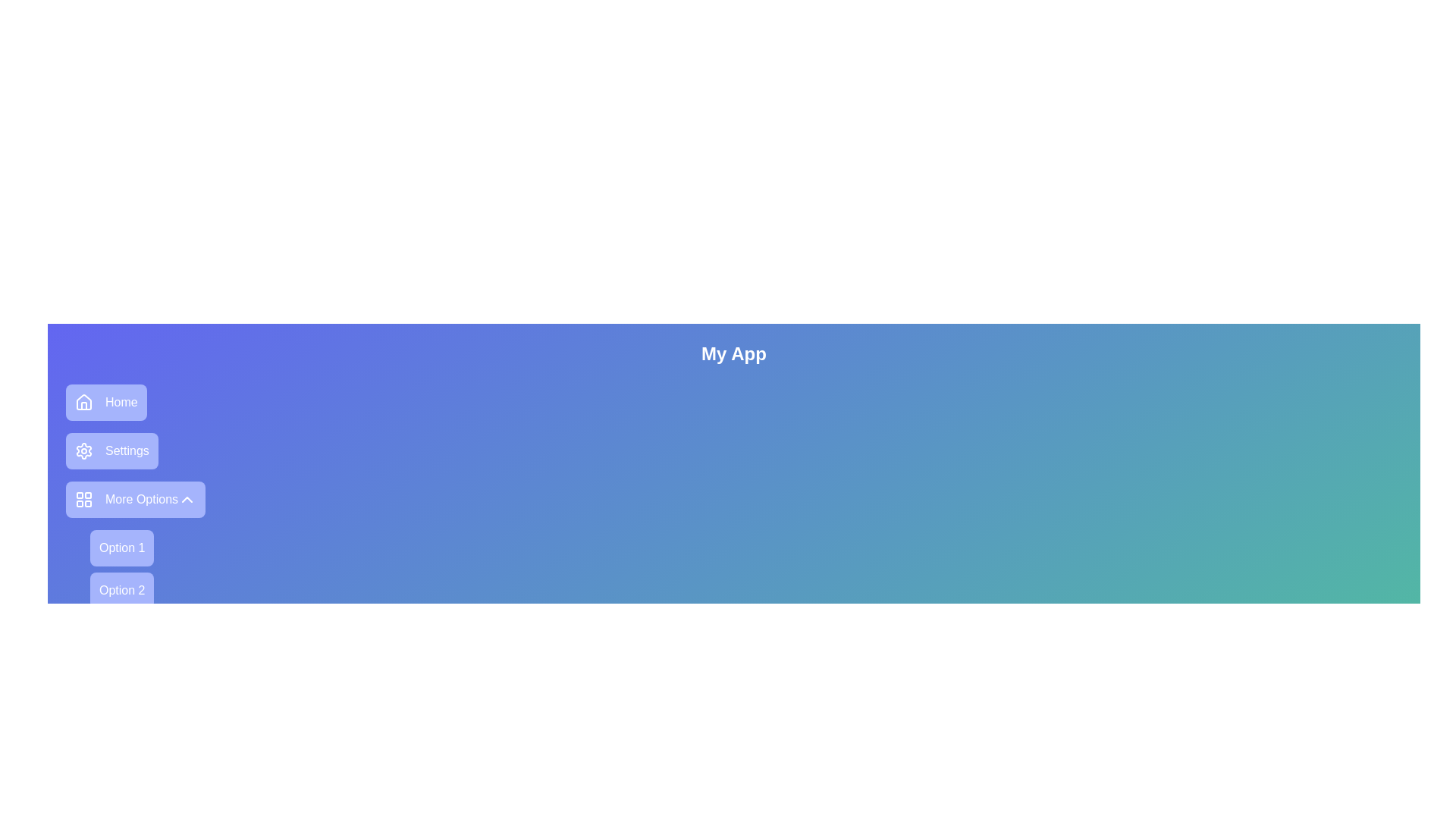 This screenshot has width=1456, height=819. What do you see at coordinates (122, 590) in the screenshot?
I see `the button labeled 'Option 2' which has a purple background and white text` at bounding box center [122, 590].